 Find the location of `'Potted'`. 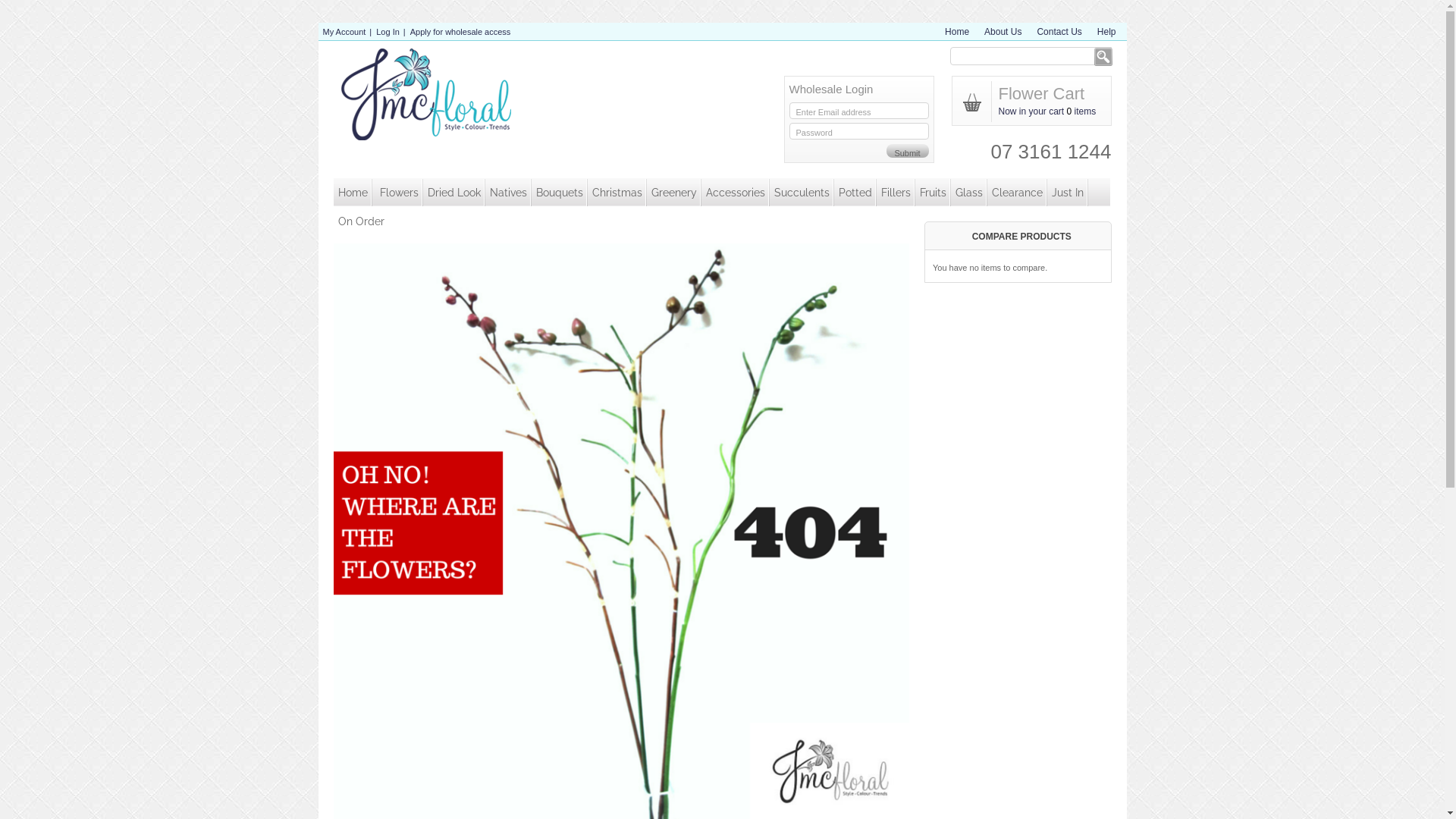

'Potted' is located at coordinates (855, 192).